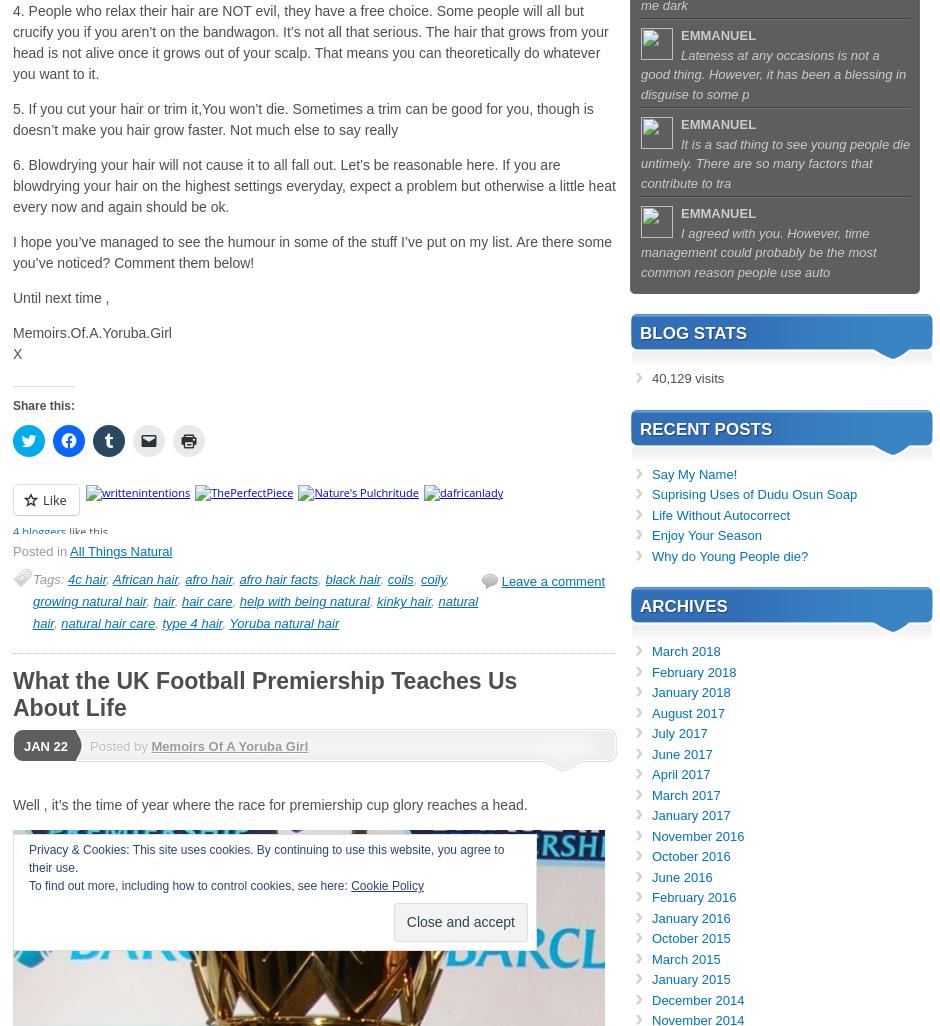  Describe the element at coordinates (89, 745) in the screenshot. I see `'Posted by'` at that location.